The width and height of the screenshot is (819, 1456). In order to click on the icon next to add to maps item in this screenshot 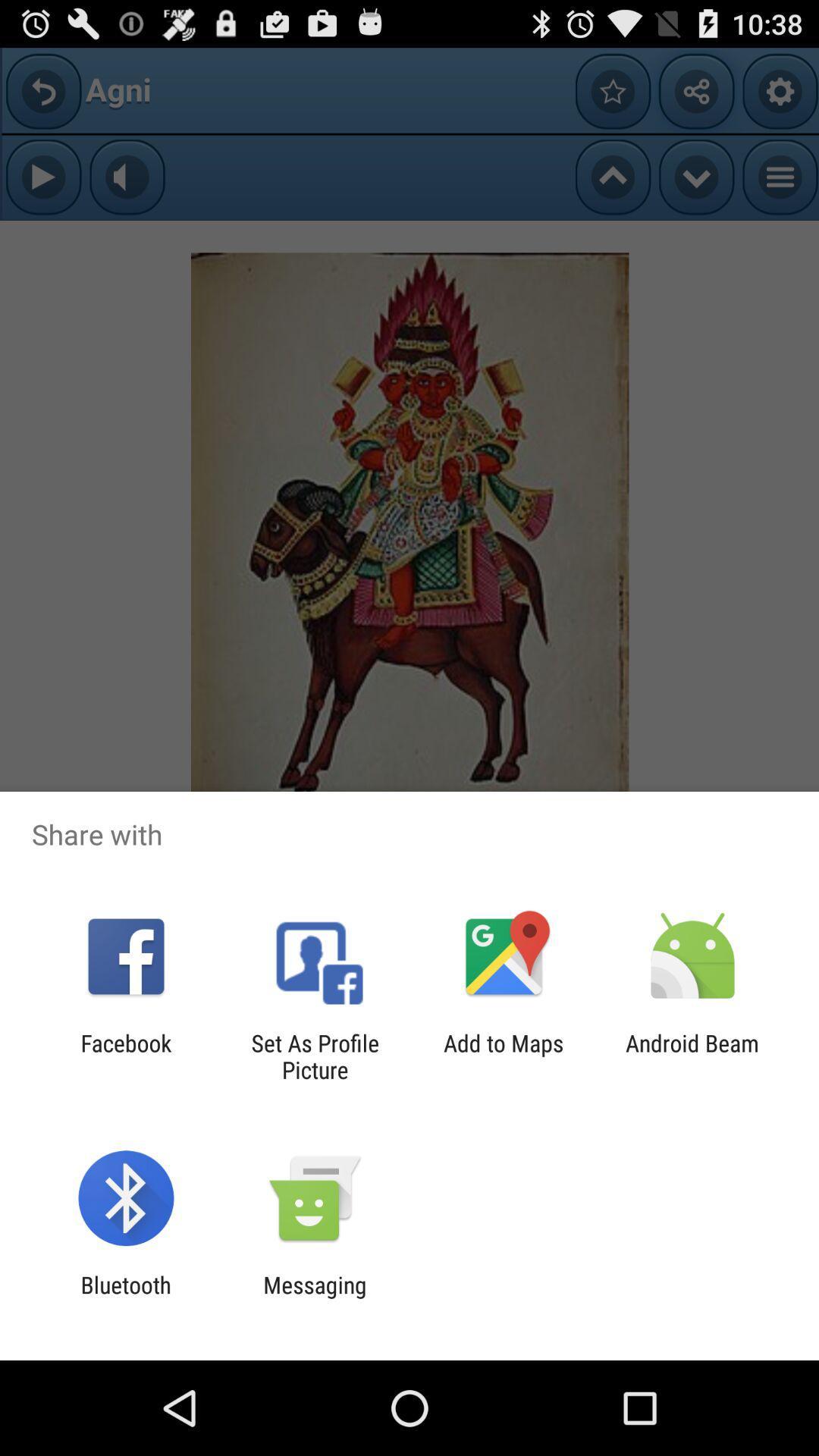, I will do `click(692, 1056)`.